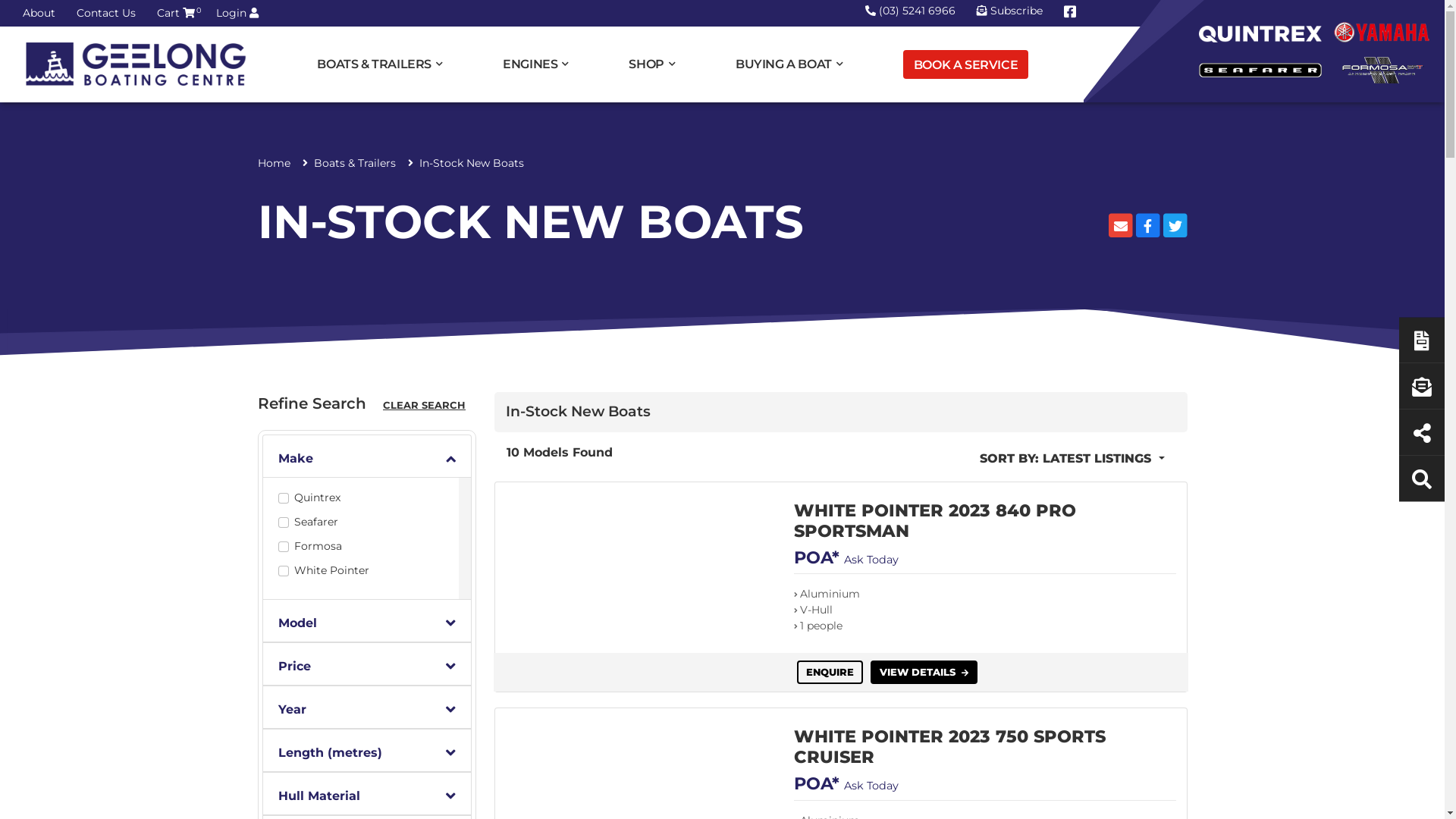 Image resolution: width=1456 pixels, height=819 pixels. What do you see at coordinates (828, 672) in the screenshot?
I see `'ENQUIRE'` at bounding box center [828, 672].